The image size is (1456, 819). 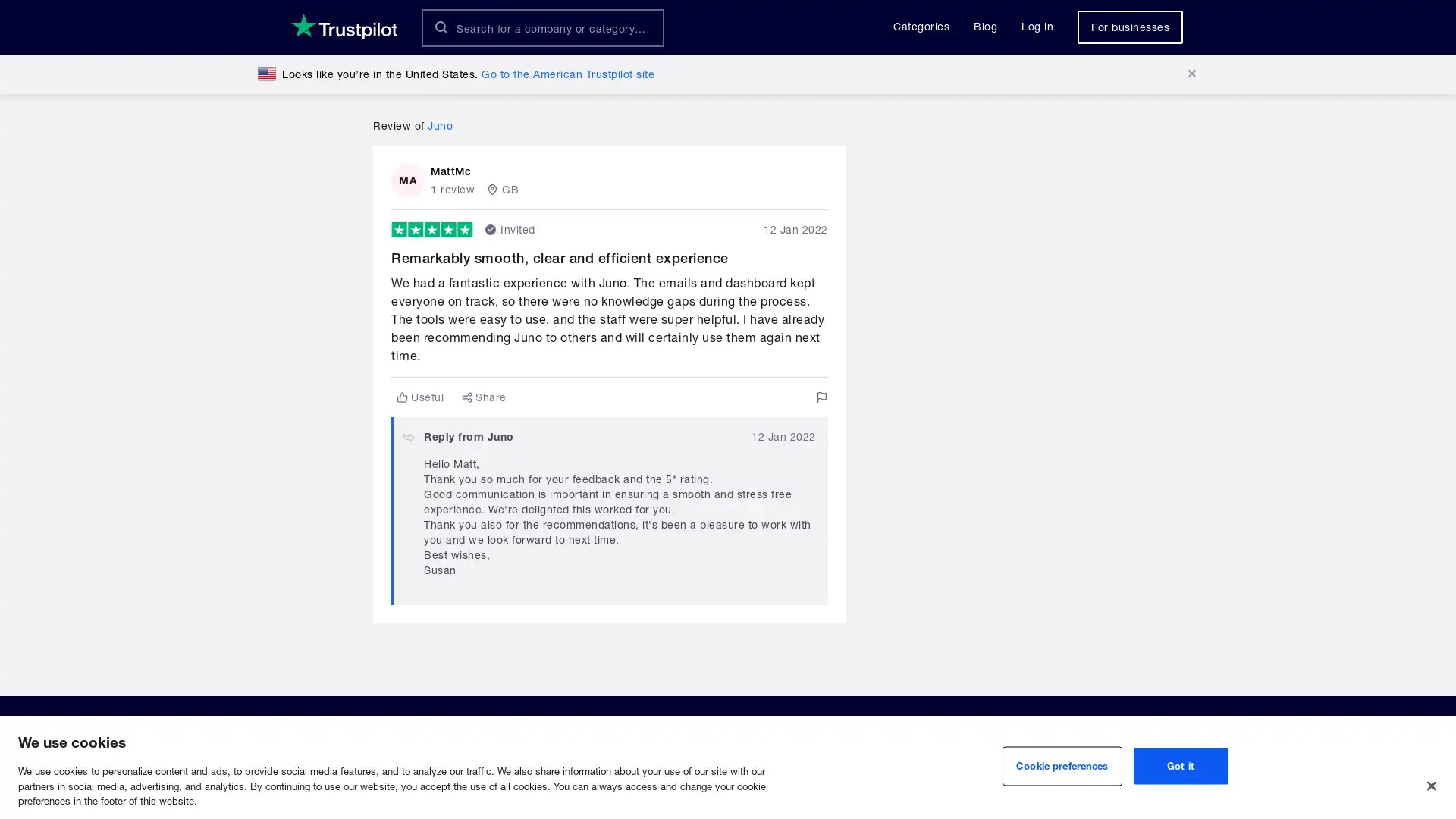 What do you see at coordinates (510, 230) in the screenshot?
I see `Invited` at bounding box center [510, 230].